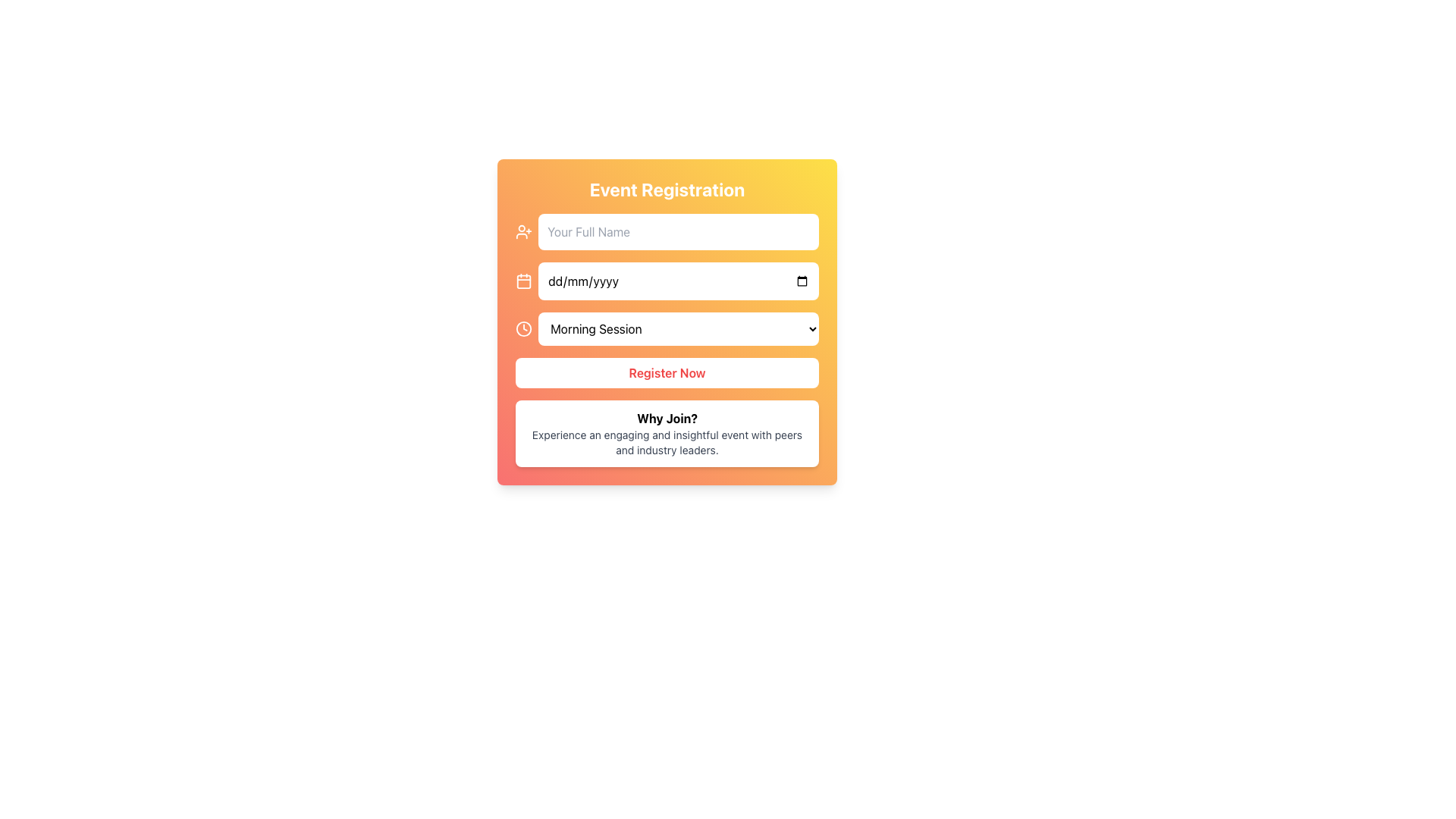 The image size is (1456, 819). Describe the element at coordinates (524, 328) in the screenshot. I see `the decorative circle representing the circular boundary within the clock icon, which is located to the left of the 'Morning Session' dropdown` at that location.